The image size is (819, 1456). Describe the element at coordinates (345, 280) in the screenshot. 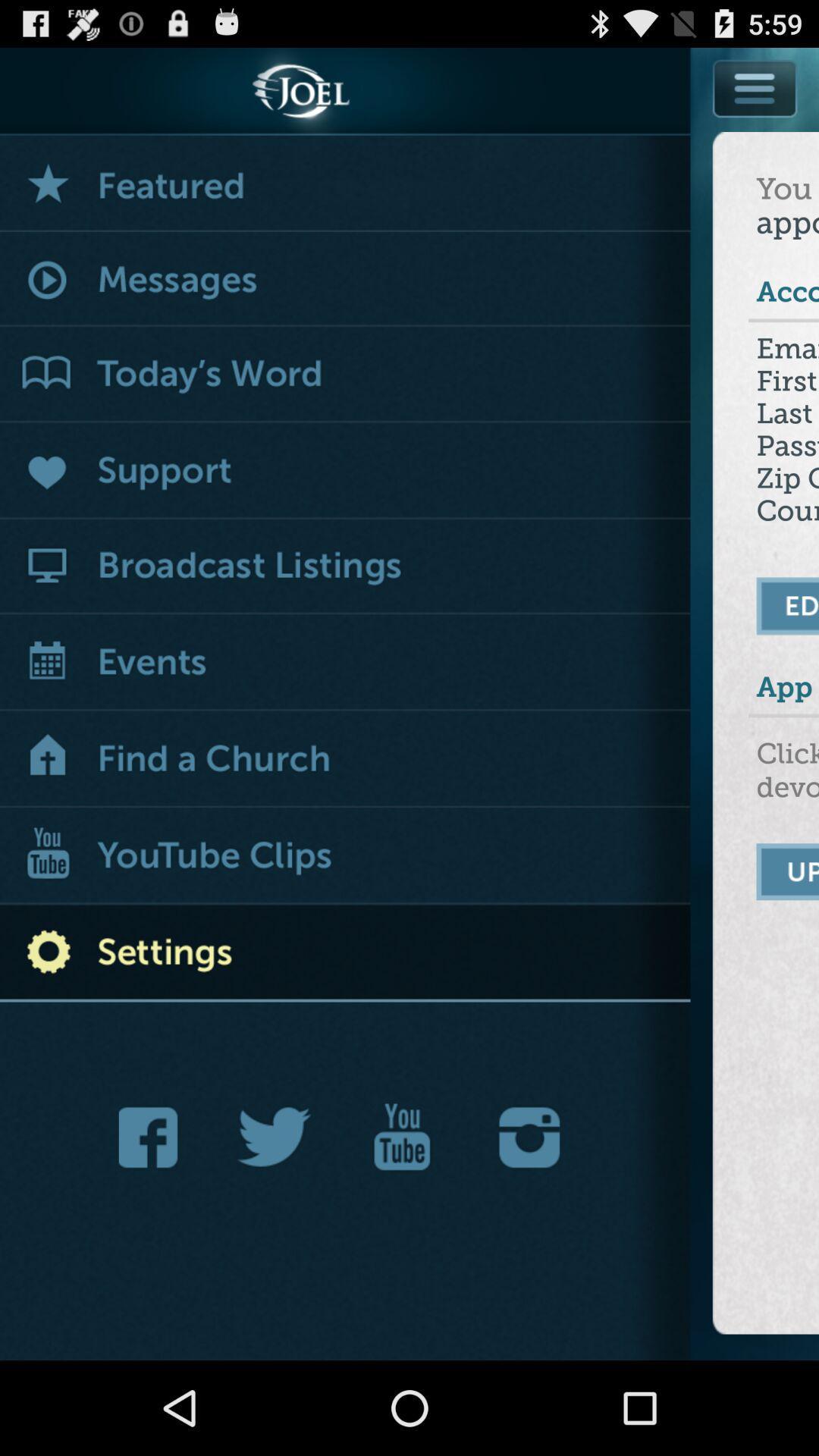

I see `messages menu` at that location.